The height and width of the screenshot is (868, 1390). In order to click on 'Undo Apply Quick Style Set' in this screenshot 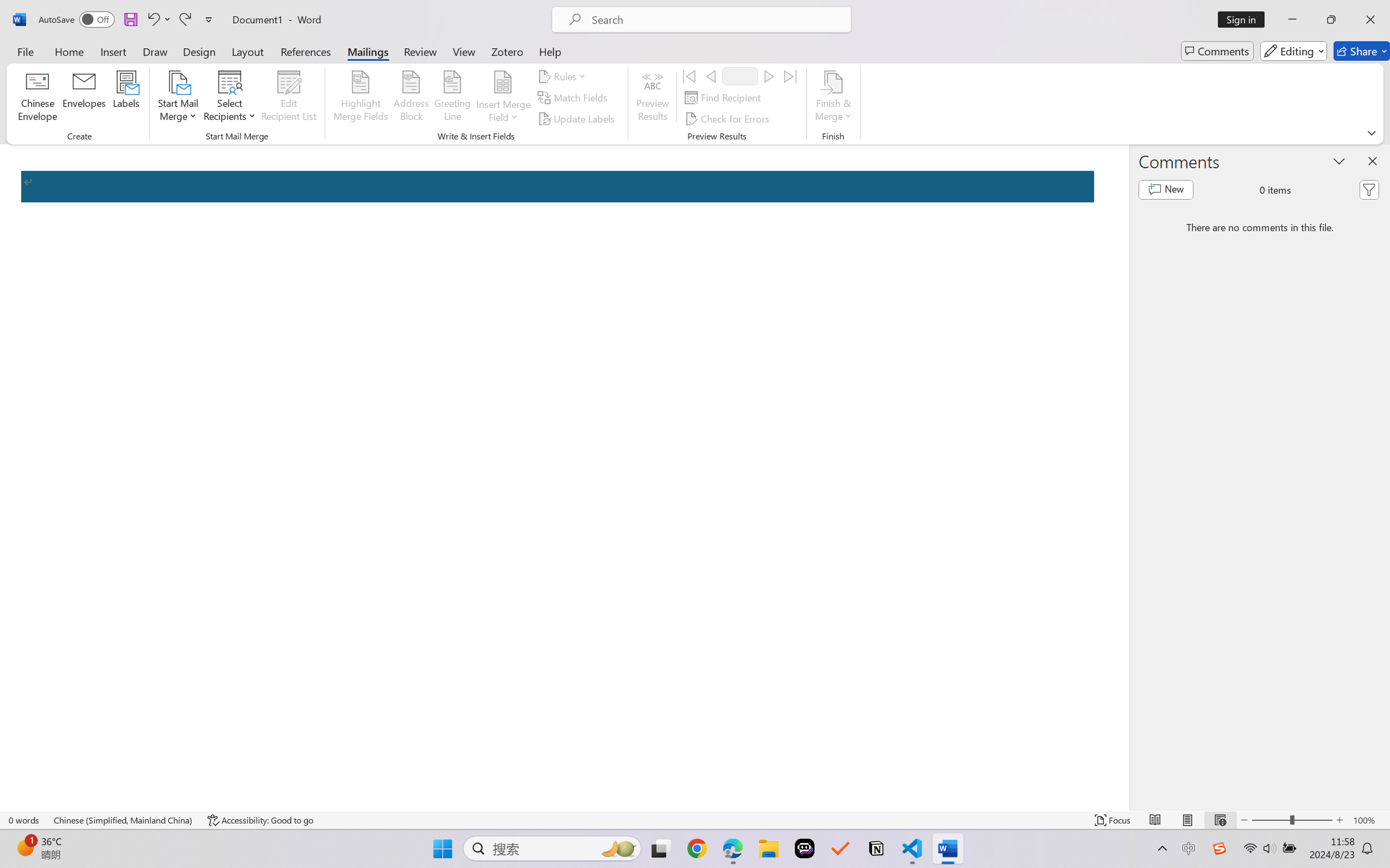, I will do `click(152, 19)`.